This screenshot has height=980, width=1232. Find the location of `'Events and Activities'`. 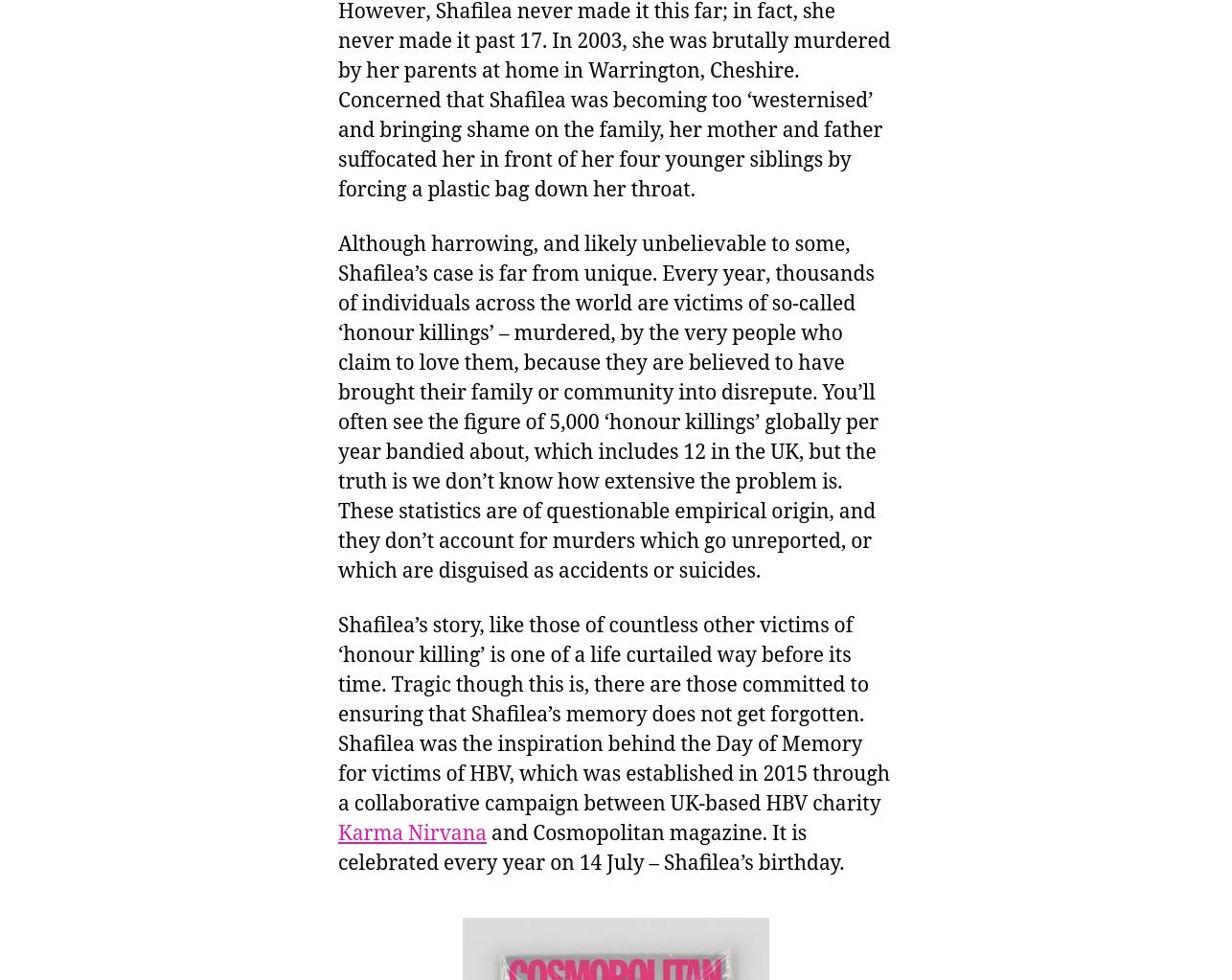

'Events and Activities' is located at coordinates (142, 429).